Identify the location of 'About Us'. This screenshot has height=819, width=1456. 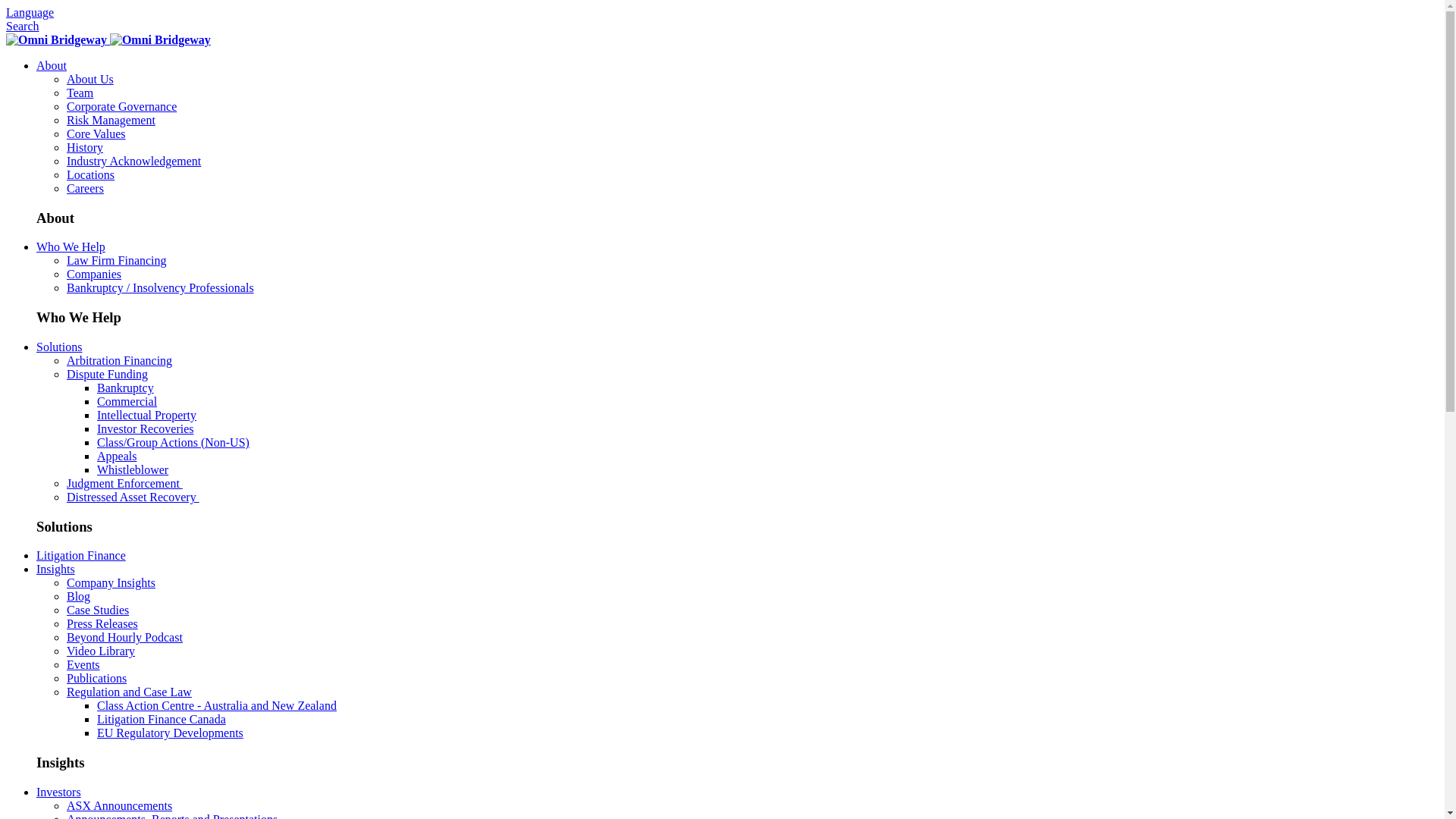
(89, 79).